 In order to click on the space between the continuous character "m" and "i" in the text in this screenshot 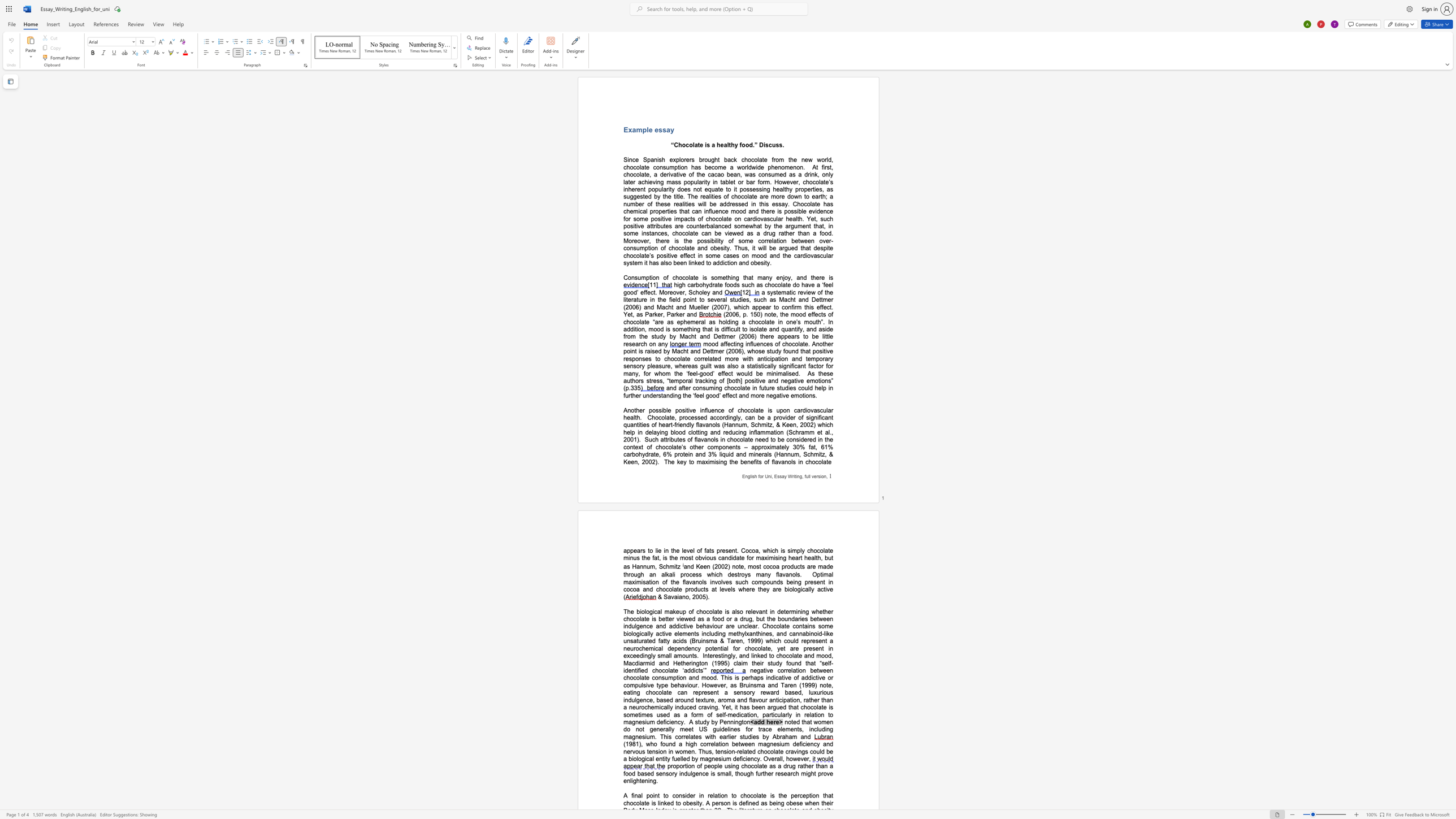, I will do `click(713, 461)`.